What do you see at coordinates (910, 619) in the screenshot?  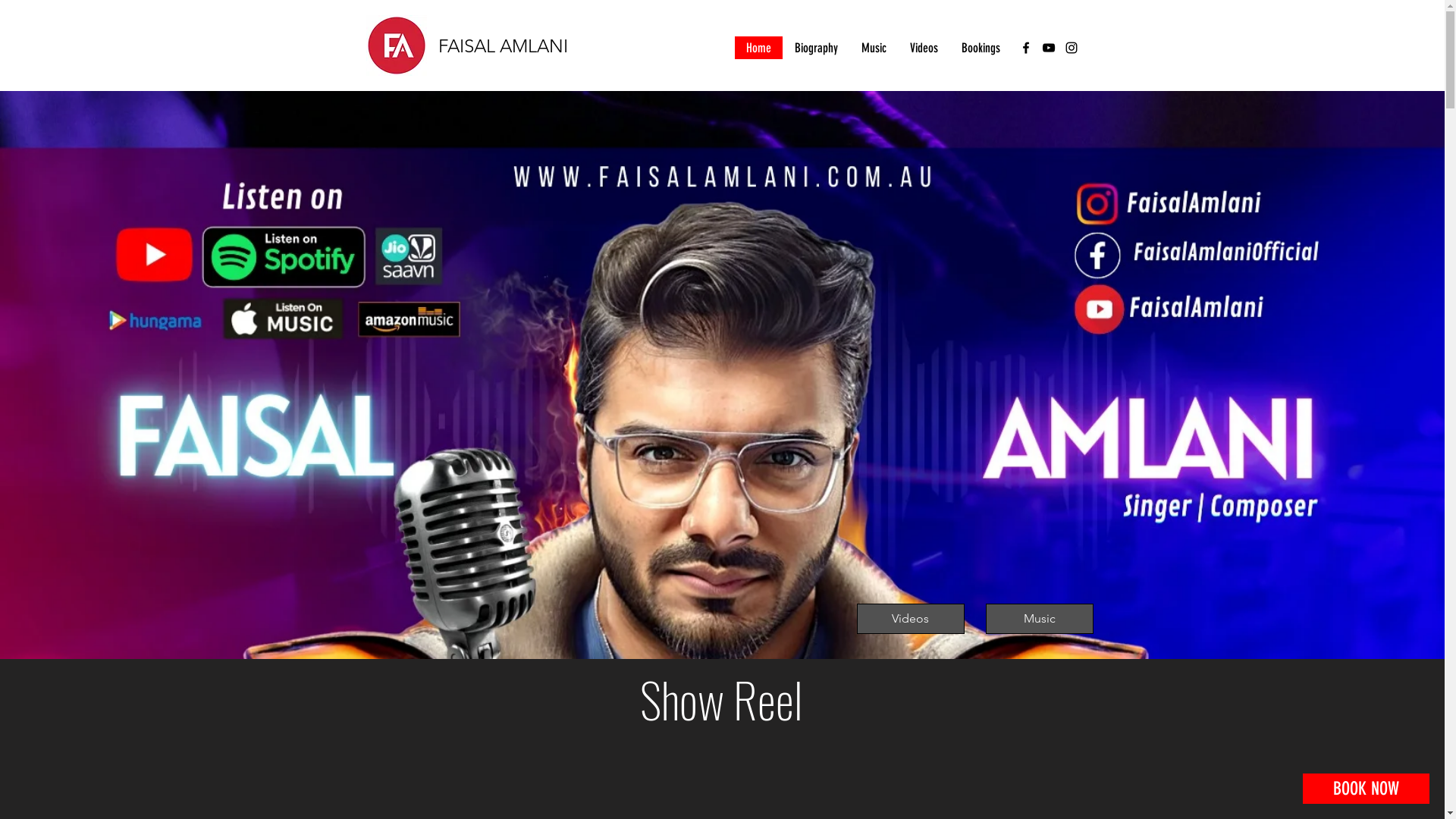 I see `'Videos'` at bounding box center [910, 619].